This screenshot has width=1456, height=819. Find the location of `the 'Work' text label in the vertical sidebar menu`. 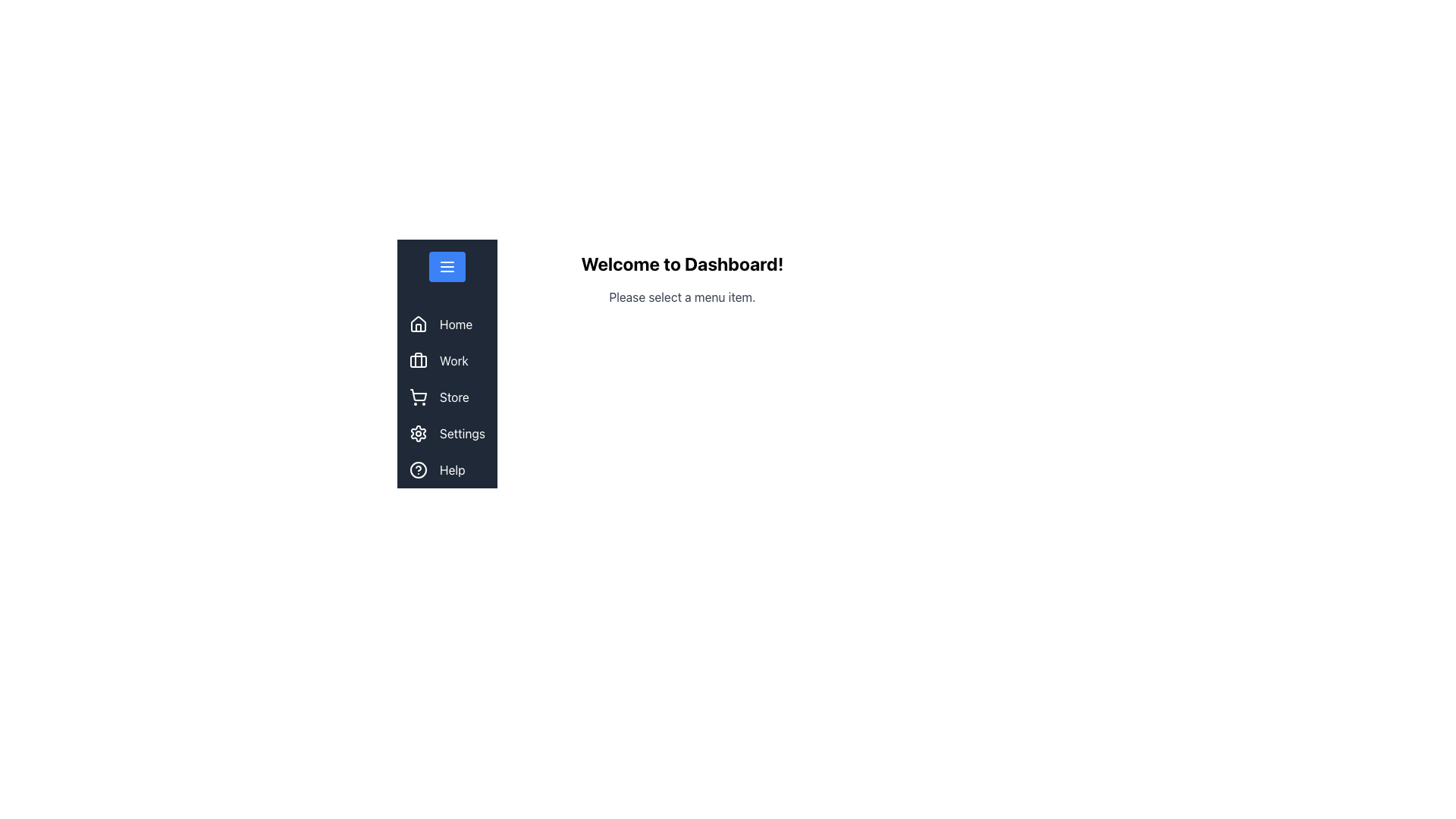

the 'Work' text label in the vertical sidebar menu is located at coordinates (453, 360).